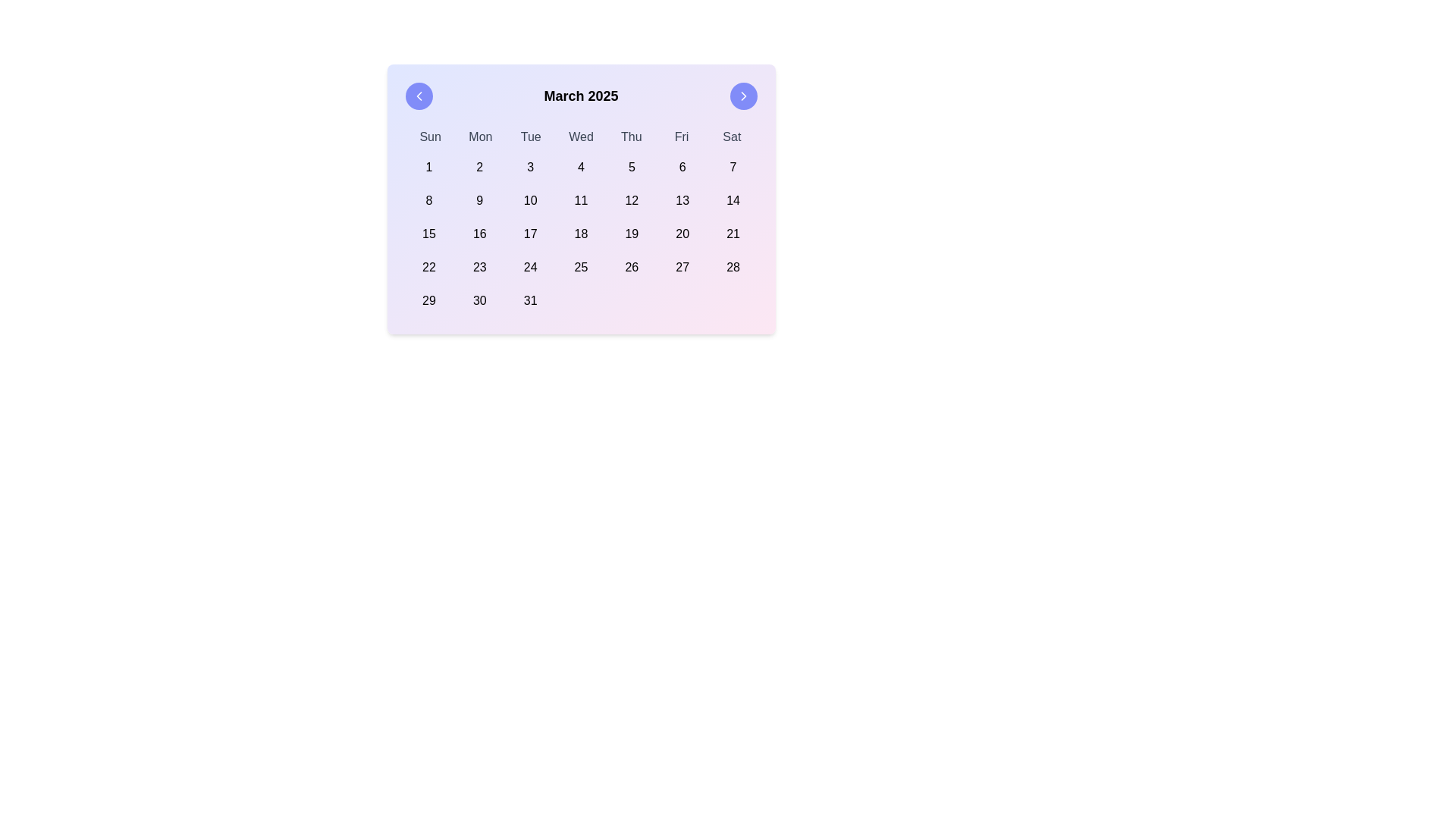 The width and height of the screenshot is (1456, 819). Describe the element at coordinates (530, 200) in the screenshot. I see `the square button with a purple gradient background and the number '10' written in black` at that location.